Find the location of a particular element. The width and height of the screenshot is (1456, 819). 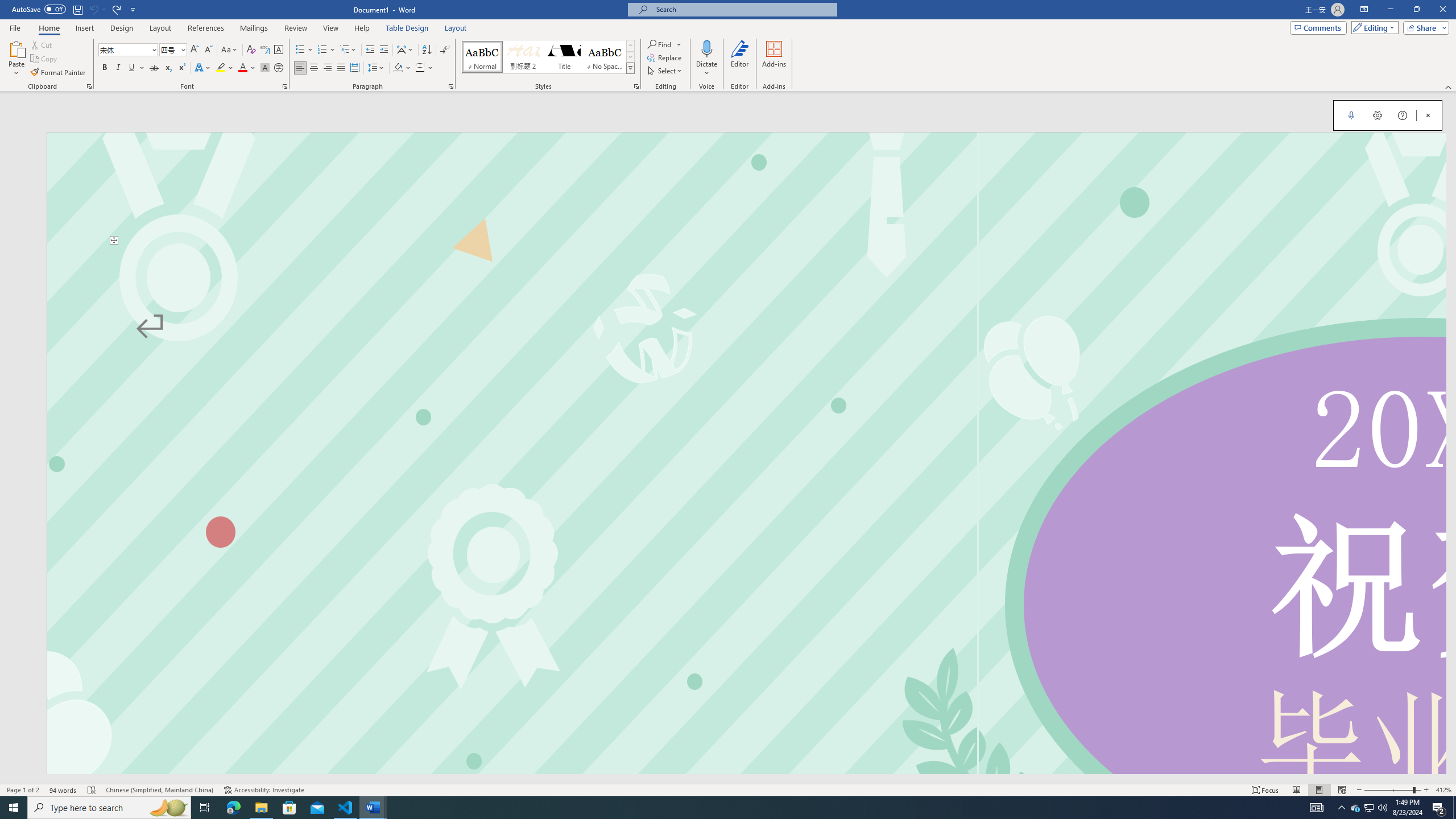

'Paste' is located at coordinates (16, 48).